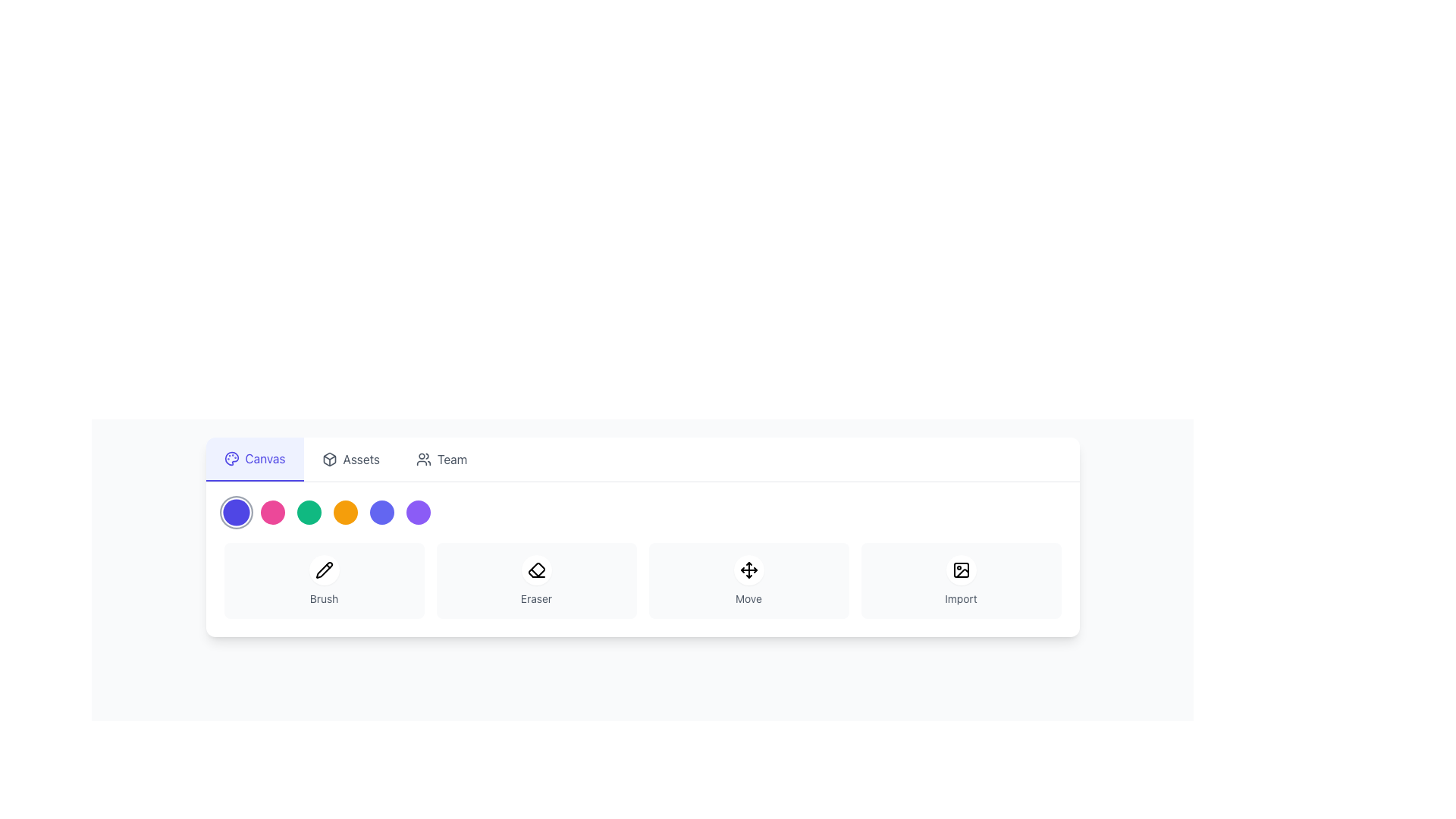 This screenshot has height=819, width=1456. Describe the element at coordinates (960, 570) in the screenshot. I see `the import button, which is the rightmost icon in the last row of the toolset panel` at that location.